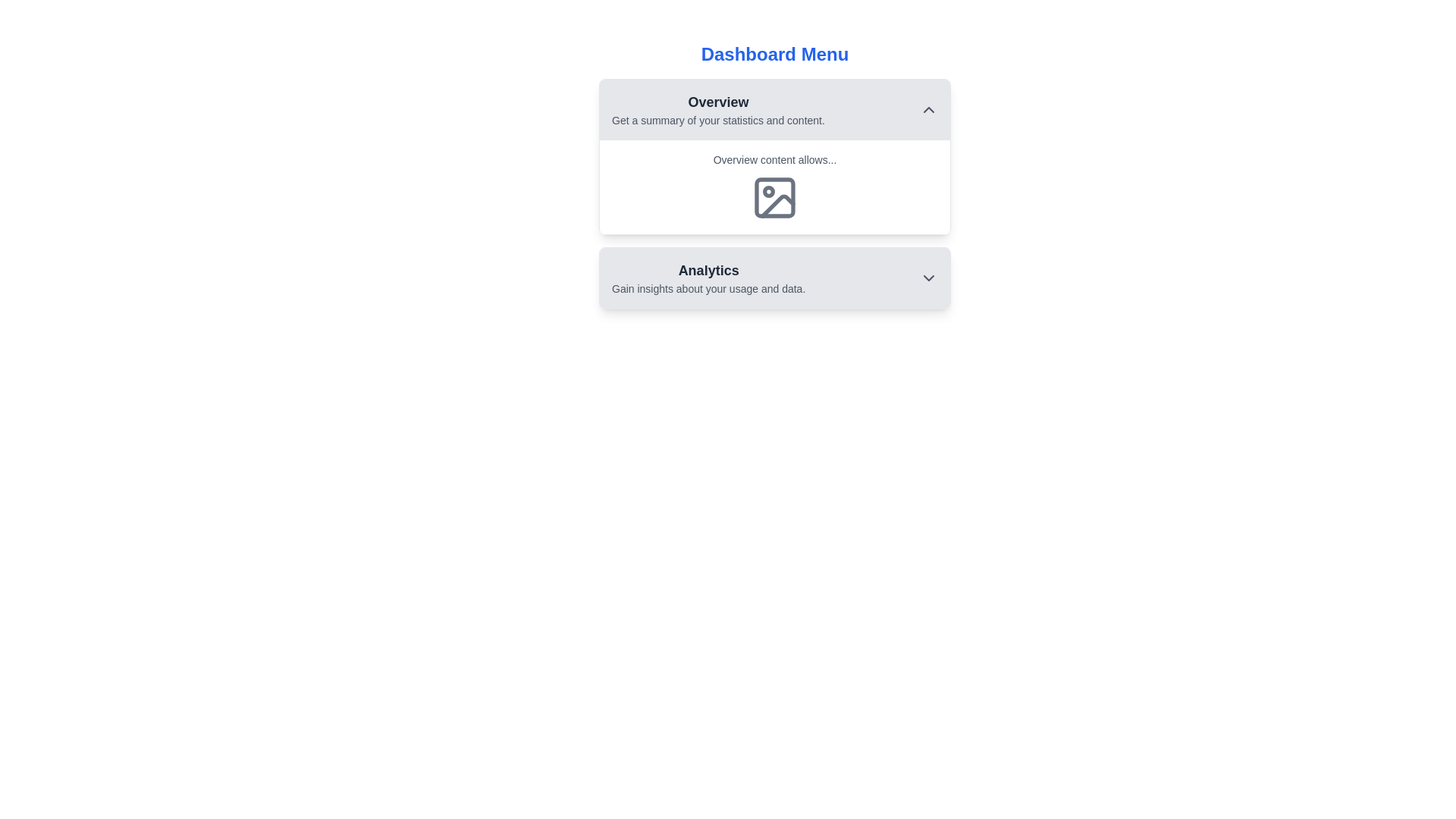 The height and width of the screenshot is (819, 1456). What do you see at coordinates (717, 119) in the screenshot?
I see `the text label that reads 'Get a summary of your statistics and content.' located under the 'Overview' label in the Dashboard Menu` at bounding box center [717, 119].